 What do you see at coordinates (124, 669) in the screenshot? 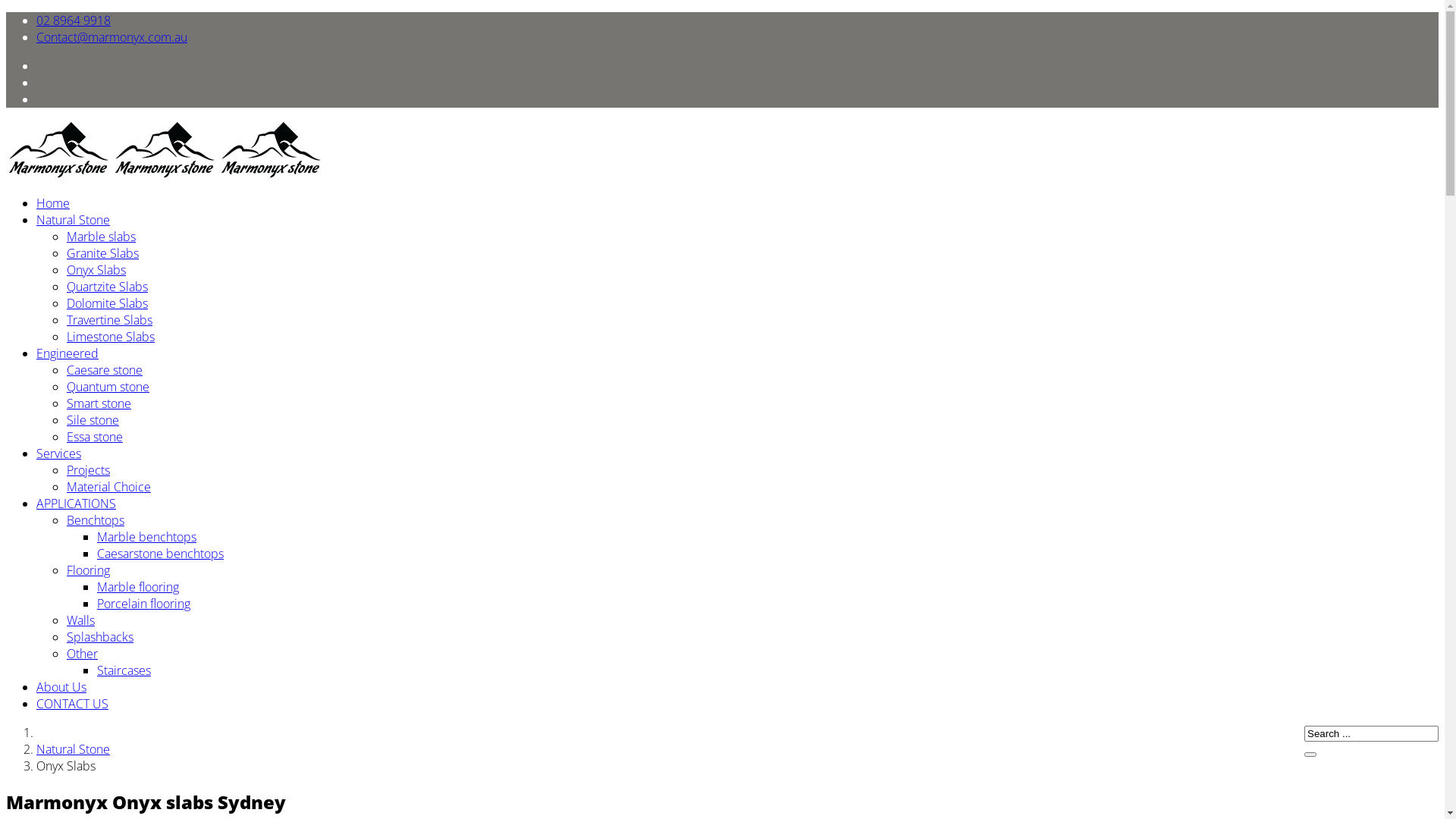
I see `'Staircases'` at bounding box center [124, 669].